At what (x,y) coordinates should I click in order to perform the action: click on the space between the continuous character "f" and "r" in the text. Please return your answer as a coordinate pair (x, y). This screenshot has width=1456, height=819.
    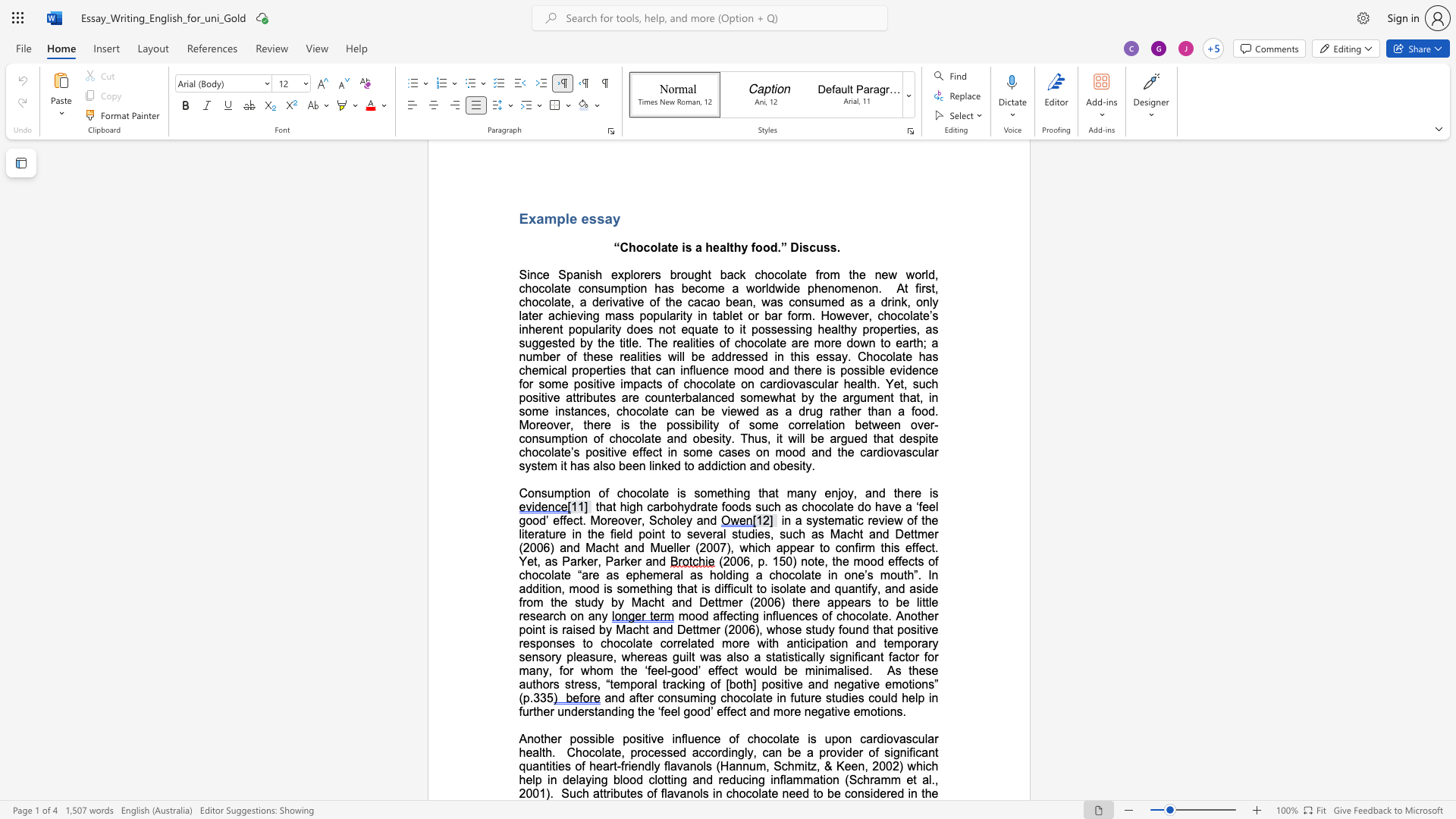
    Looking at the image, I should click on (624, 766).